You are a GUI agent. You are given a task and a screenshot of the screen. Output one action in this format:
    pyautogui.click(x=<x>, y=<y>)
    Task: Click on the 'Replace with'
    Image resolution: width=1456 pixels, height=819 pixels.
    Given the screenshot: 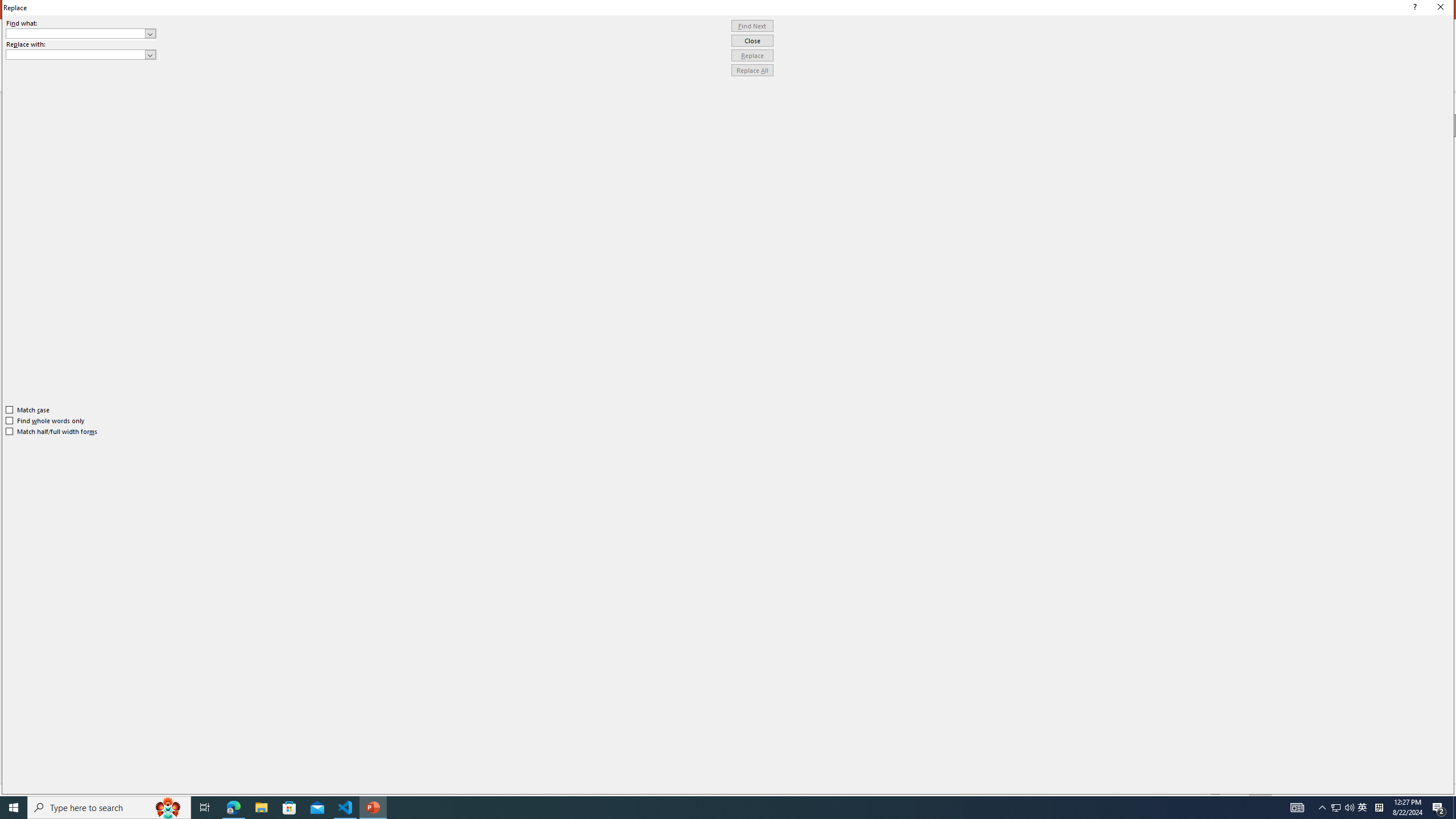 What is the action you would take?
    pyautogui.click(x=81, y=54)
    